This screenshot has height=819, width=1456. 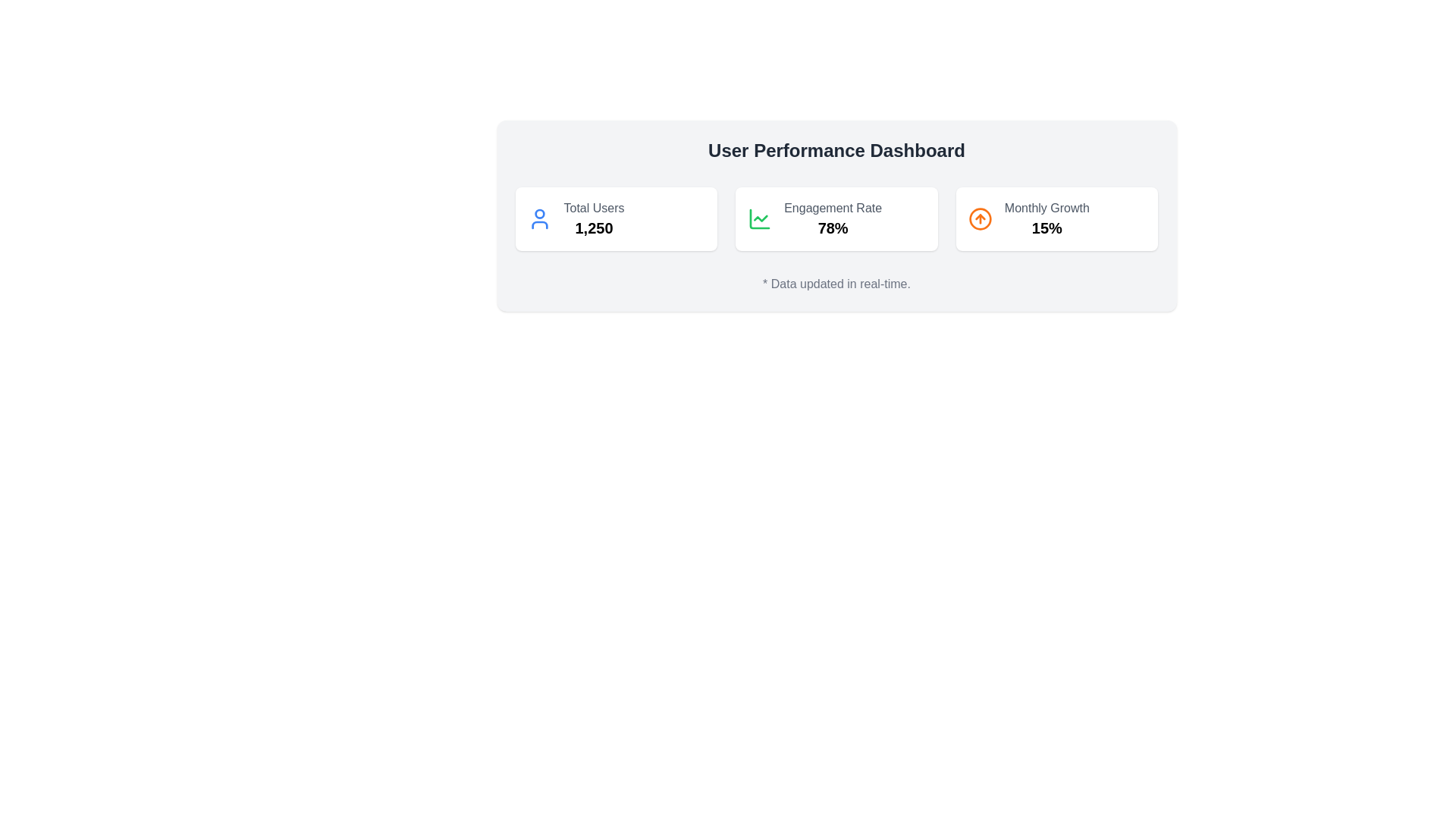 I want to click on Header Text located at the top of the card layout, which provides context and information about the displayed content, so click(x=836, y=151).